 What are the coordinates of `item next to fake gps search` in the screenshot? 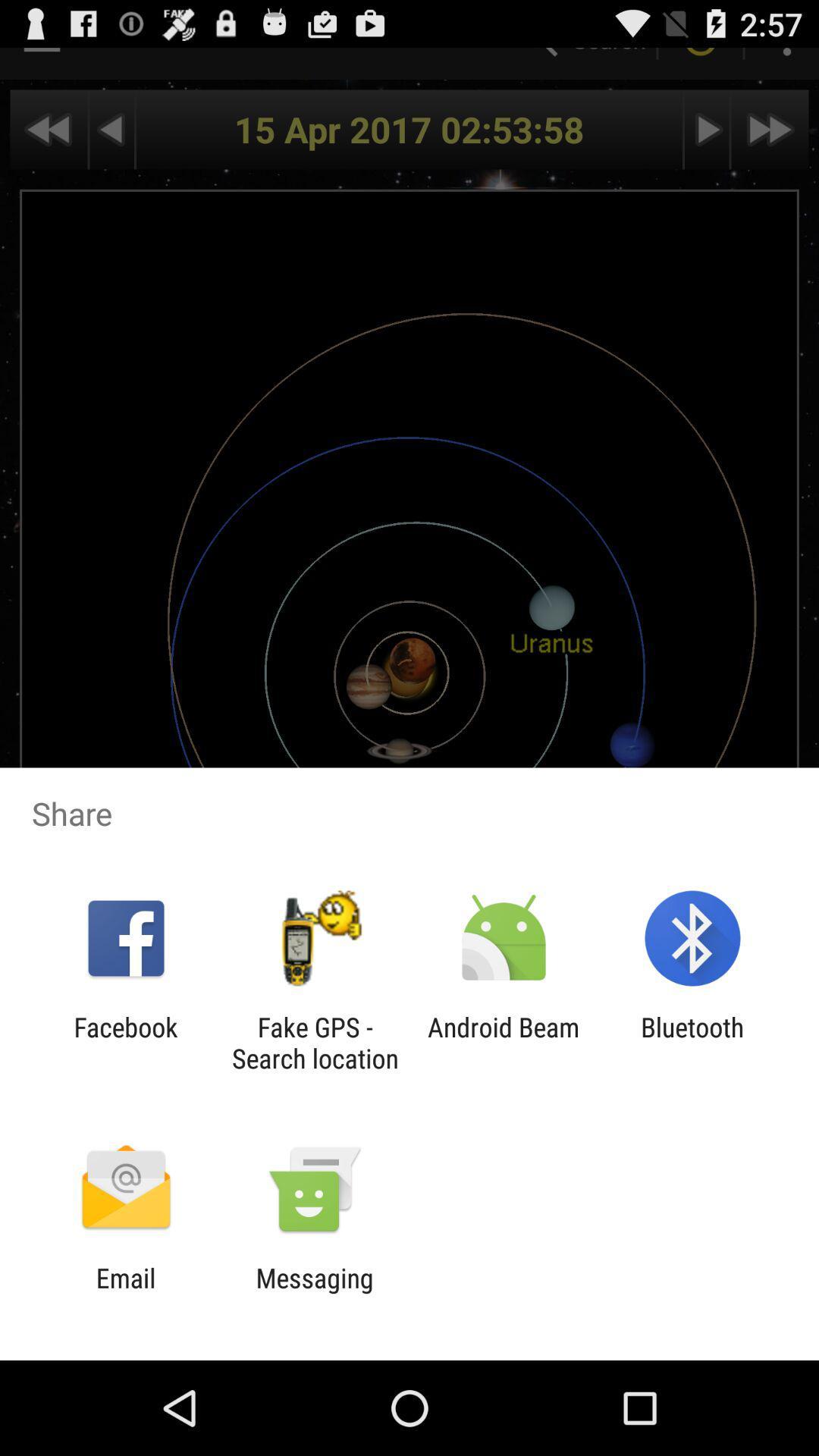 It's located at (125, 1042).